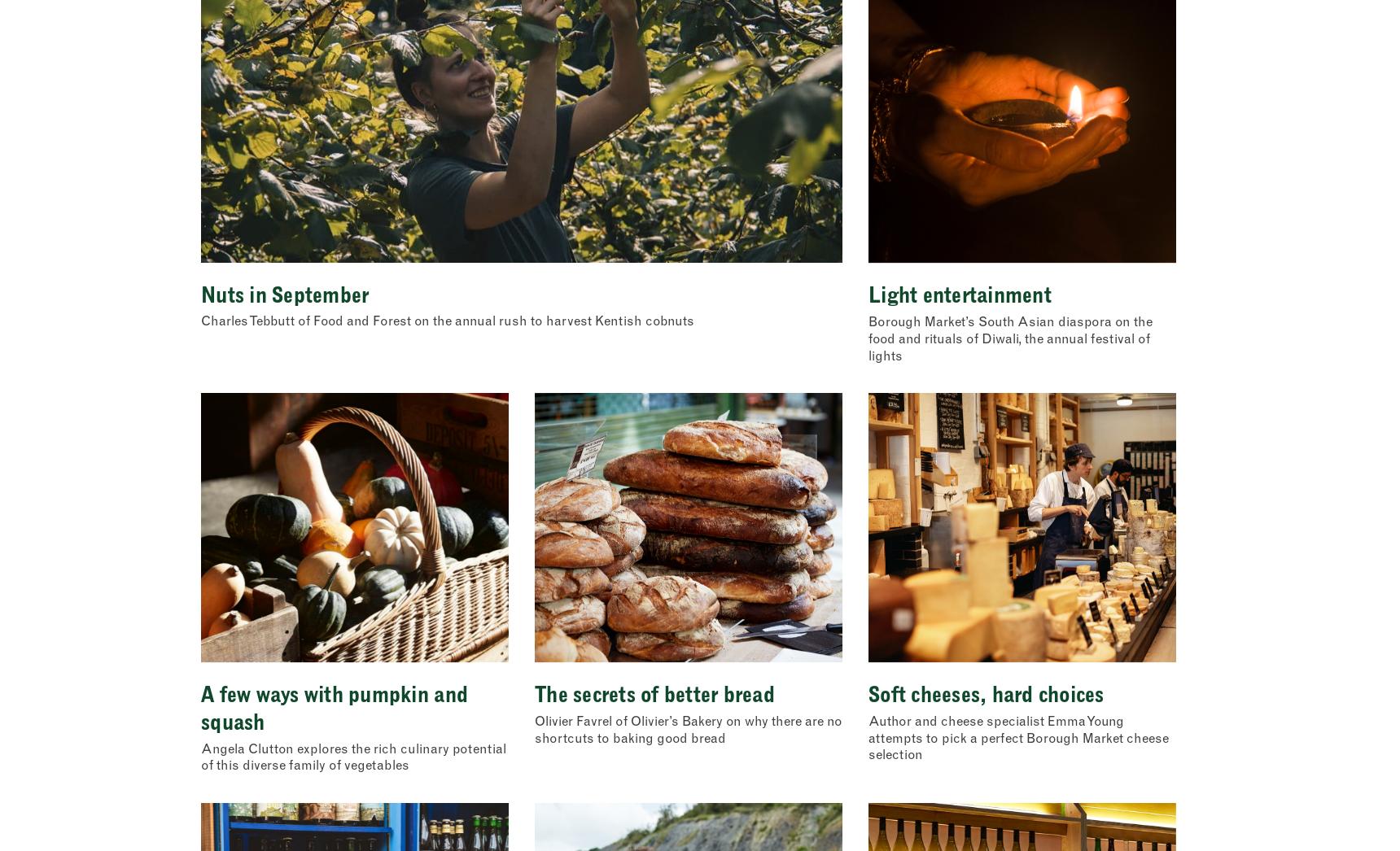 This screenshot has width=1400, height=851. I want to click on 'Show details', so click(1092, 705).